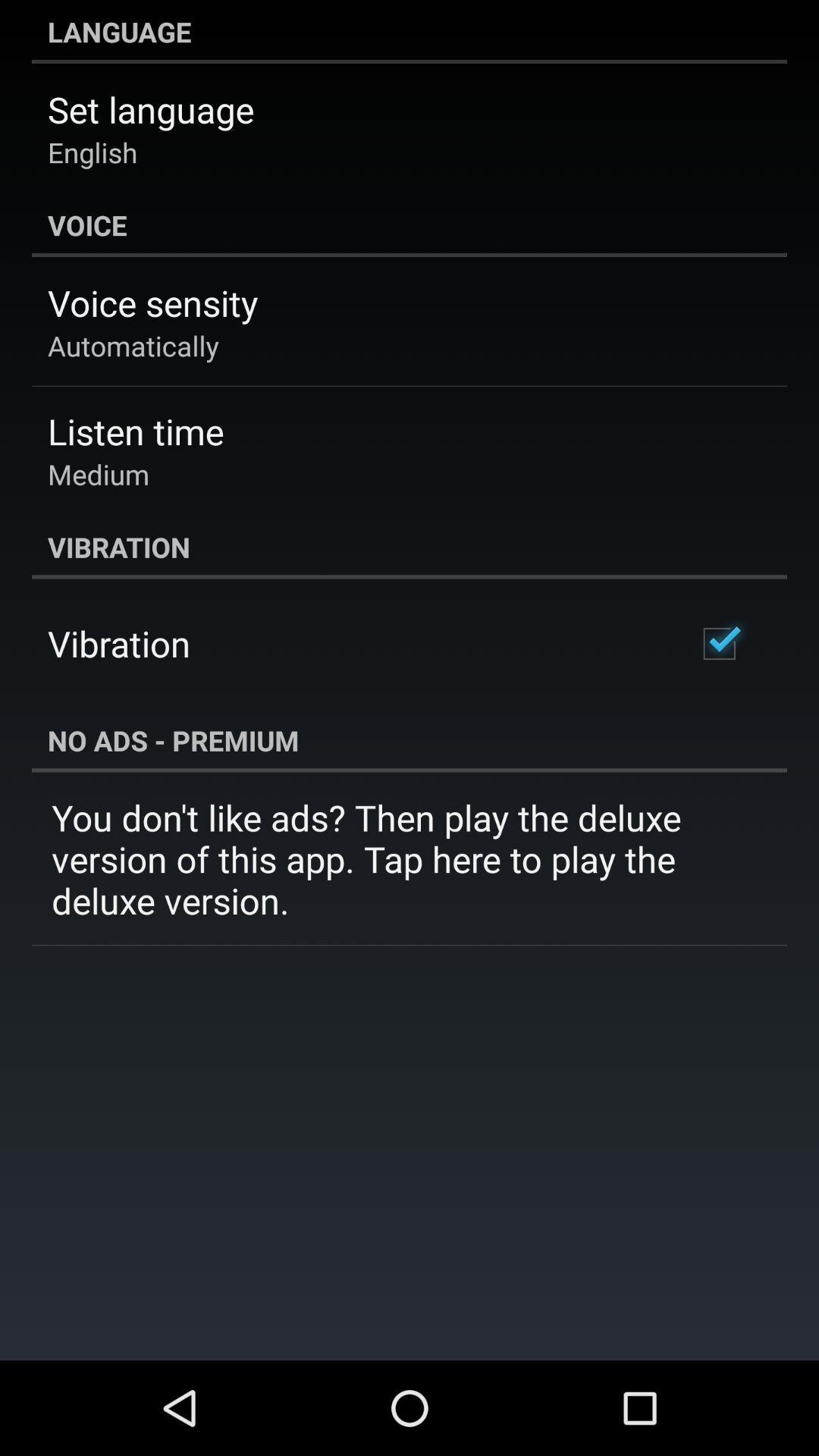  Describe the element at coordinates (718, 644) in the screenshot. I see `the app above no ads - premium item` at that location.